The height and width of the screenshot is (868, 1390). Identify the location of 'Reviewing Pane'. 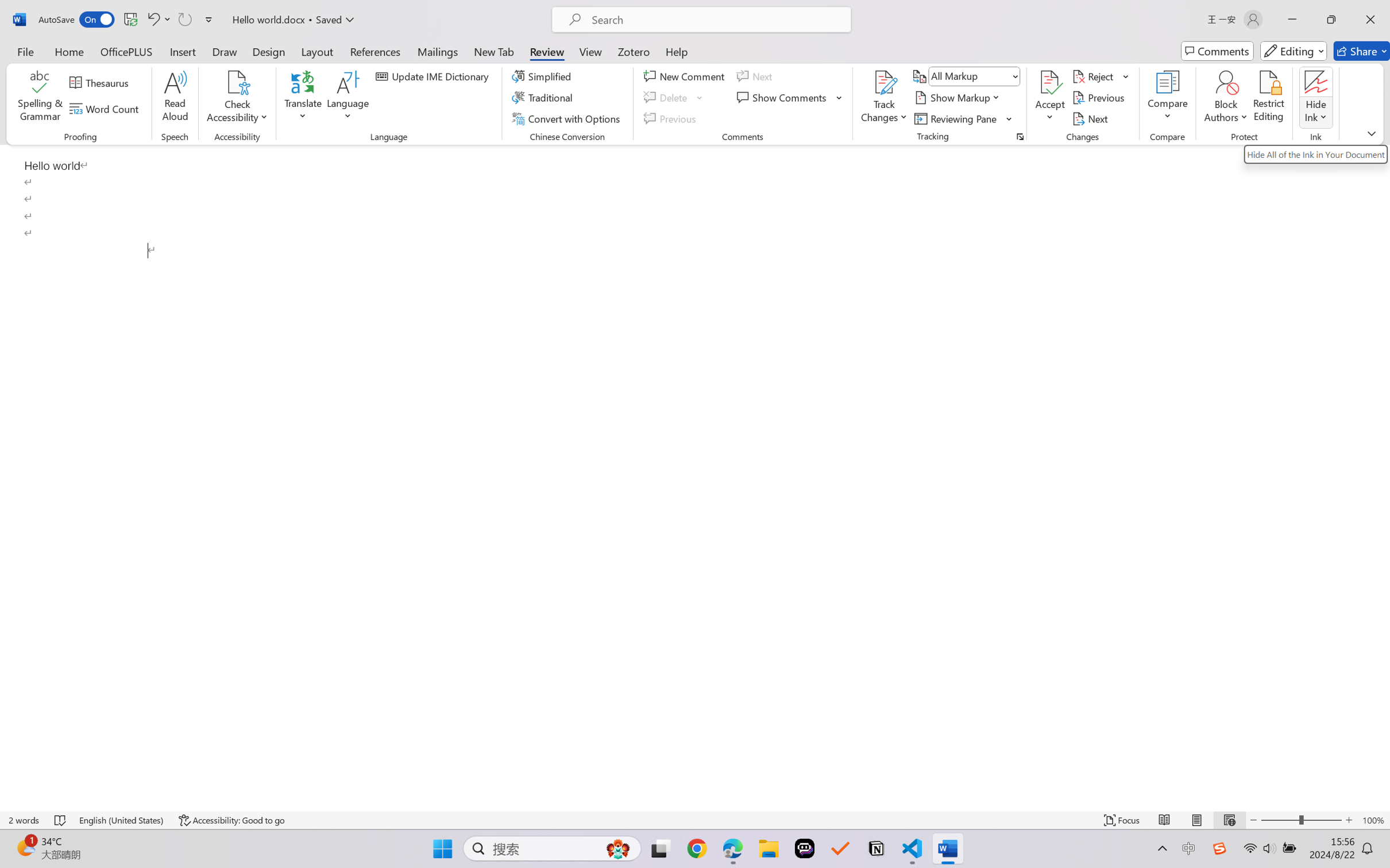
(963, 119).